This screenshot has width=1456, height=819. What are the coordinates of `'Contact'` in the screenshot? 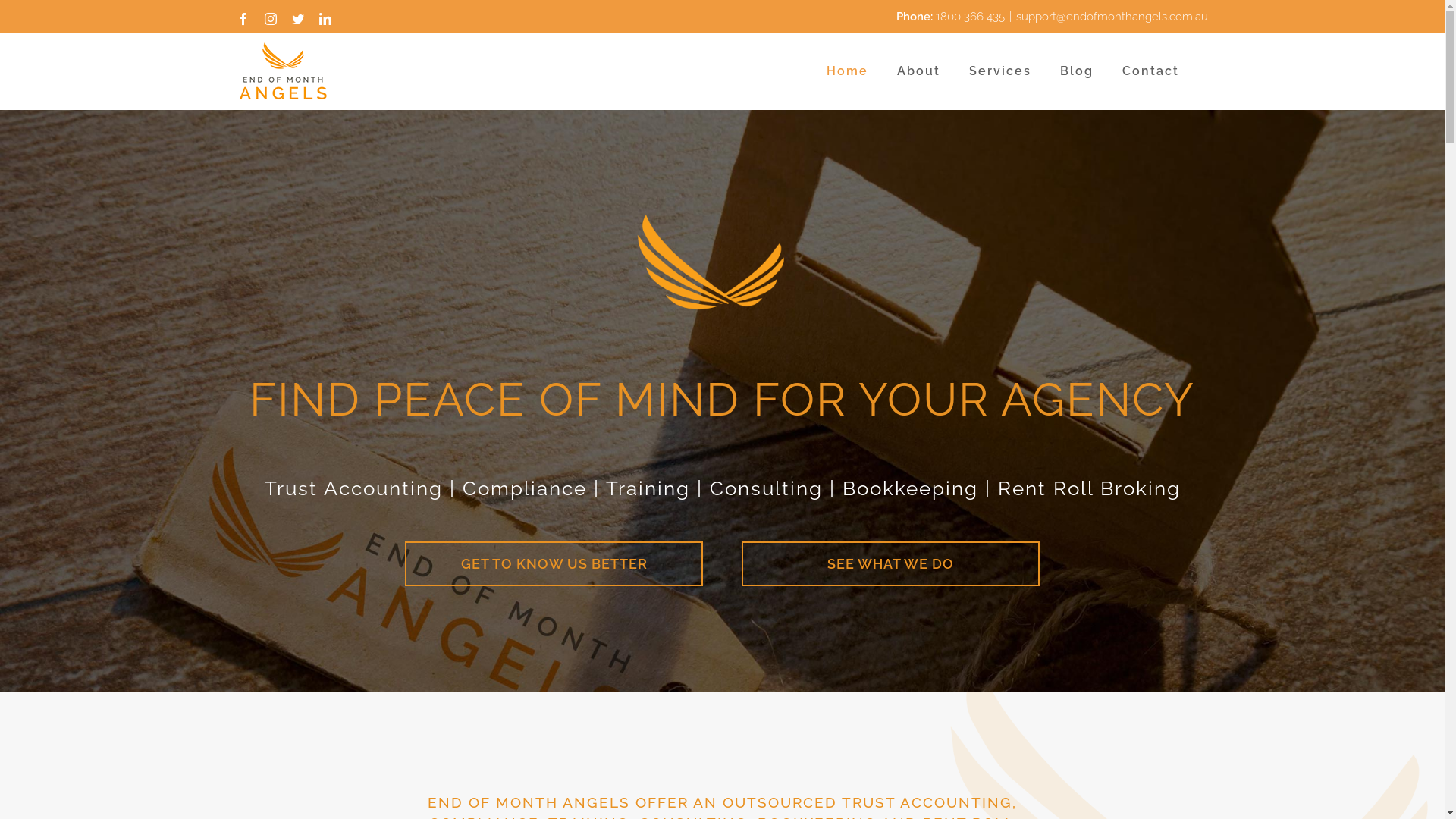 It's located at (1122, 71).